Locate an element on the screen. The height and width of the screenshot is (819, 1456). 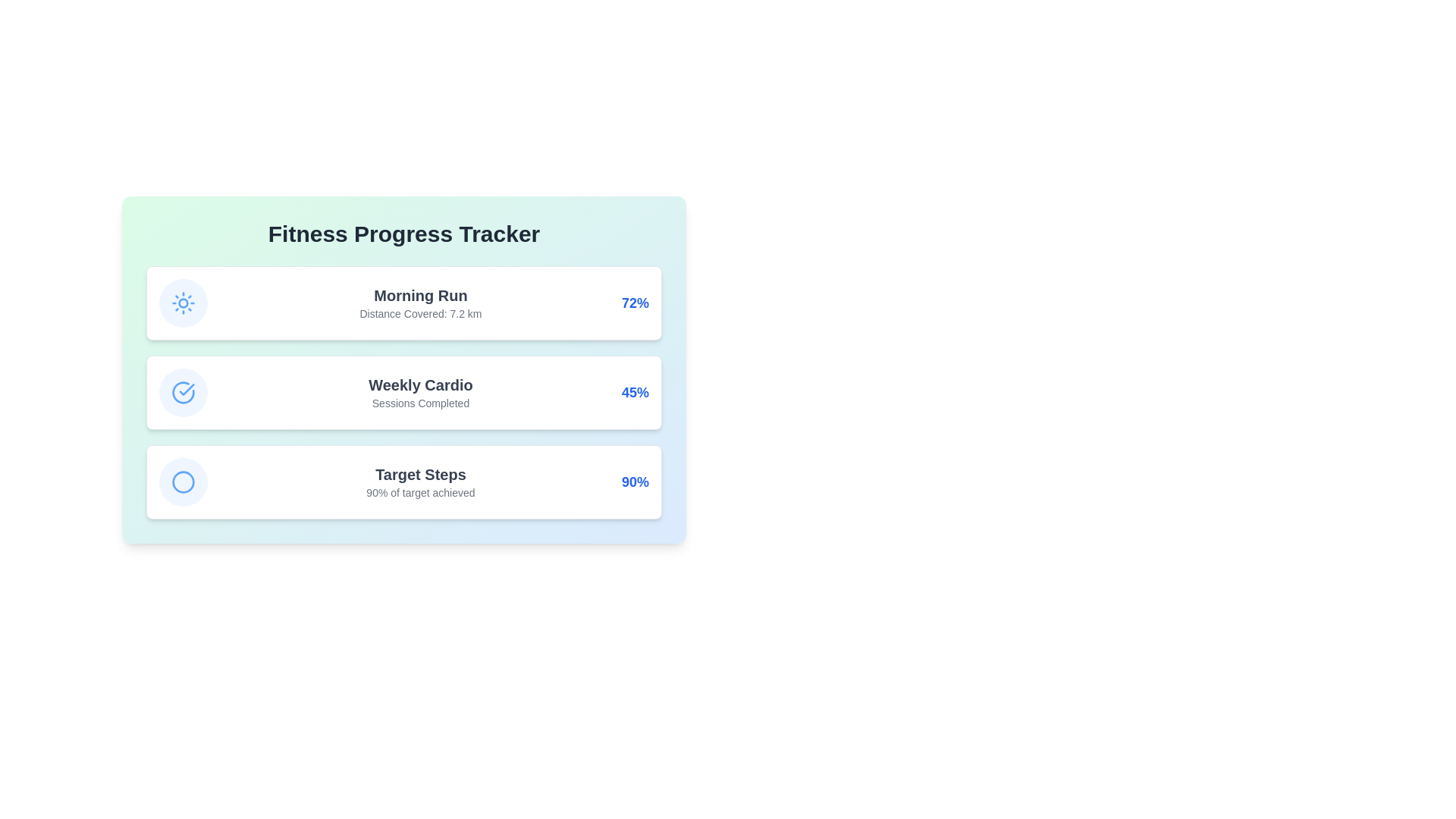
the text block titled 'Target Steps' which includes the headline and description stacked vertically within a card-like section on the right side of the interface is located at coordinates (421, 482).